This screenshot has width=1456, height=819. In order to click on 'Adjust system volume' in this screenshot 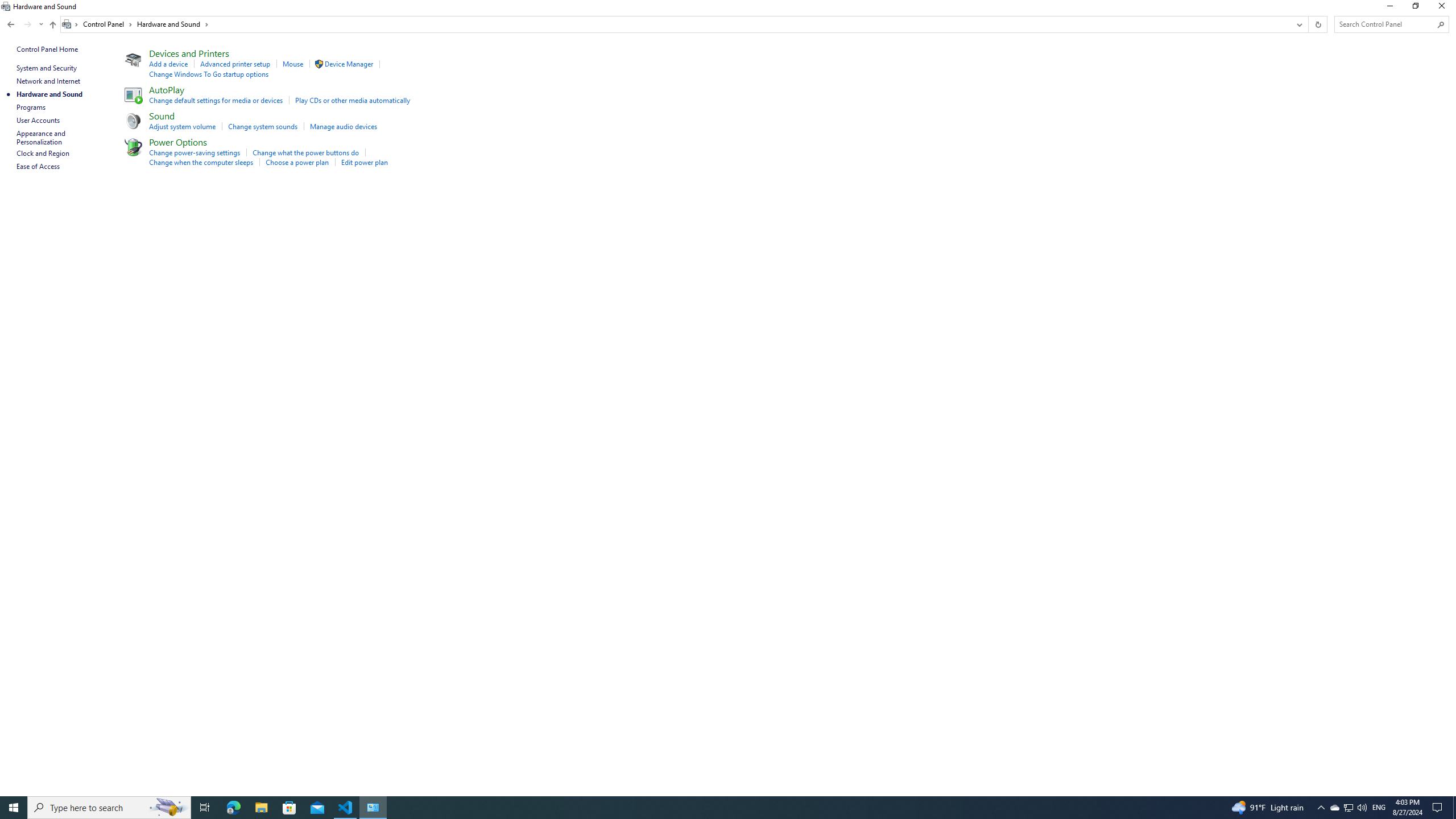, I will do `click(183, 126)`.